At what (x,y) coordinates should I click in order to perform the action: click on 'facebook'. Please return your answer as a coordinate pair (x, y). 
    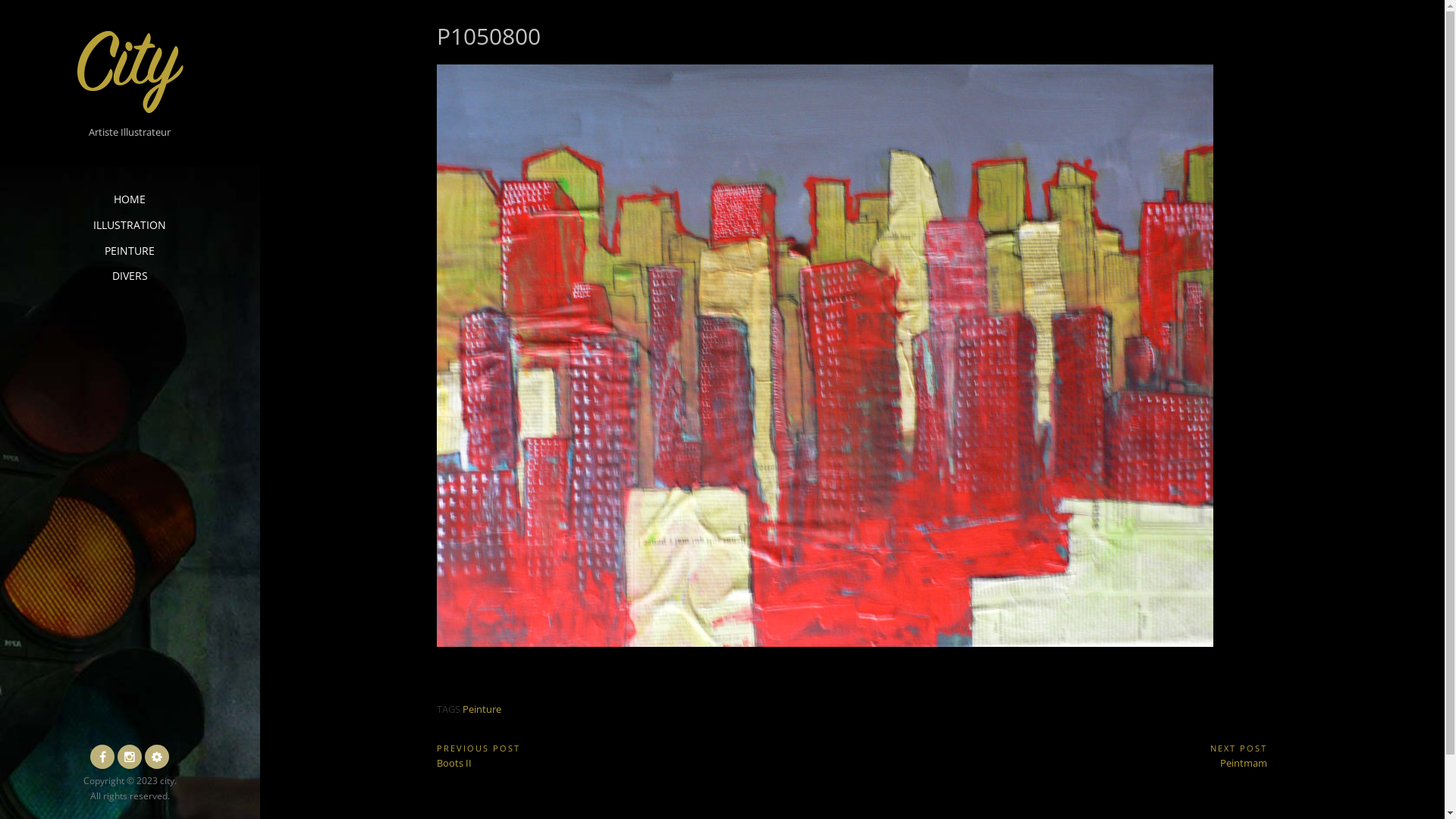
    Looking at the image, I should click on (101, 757).